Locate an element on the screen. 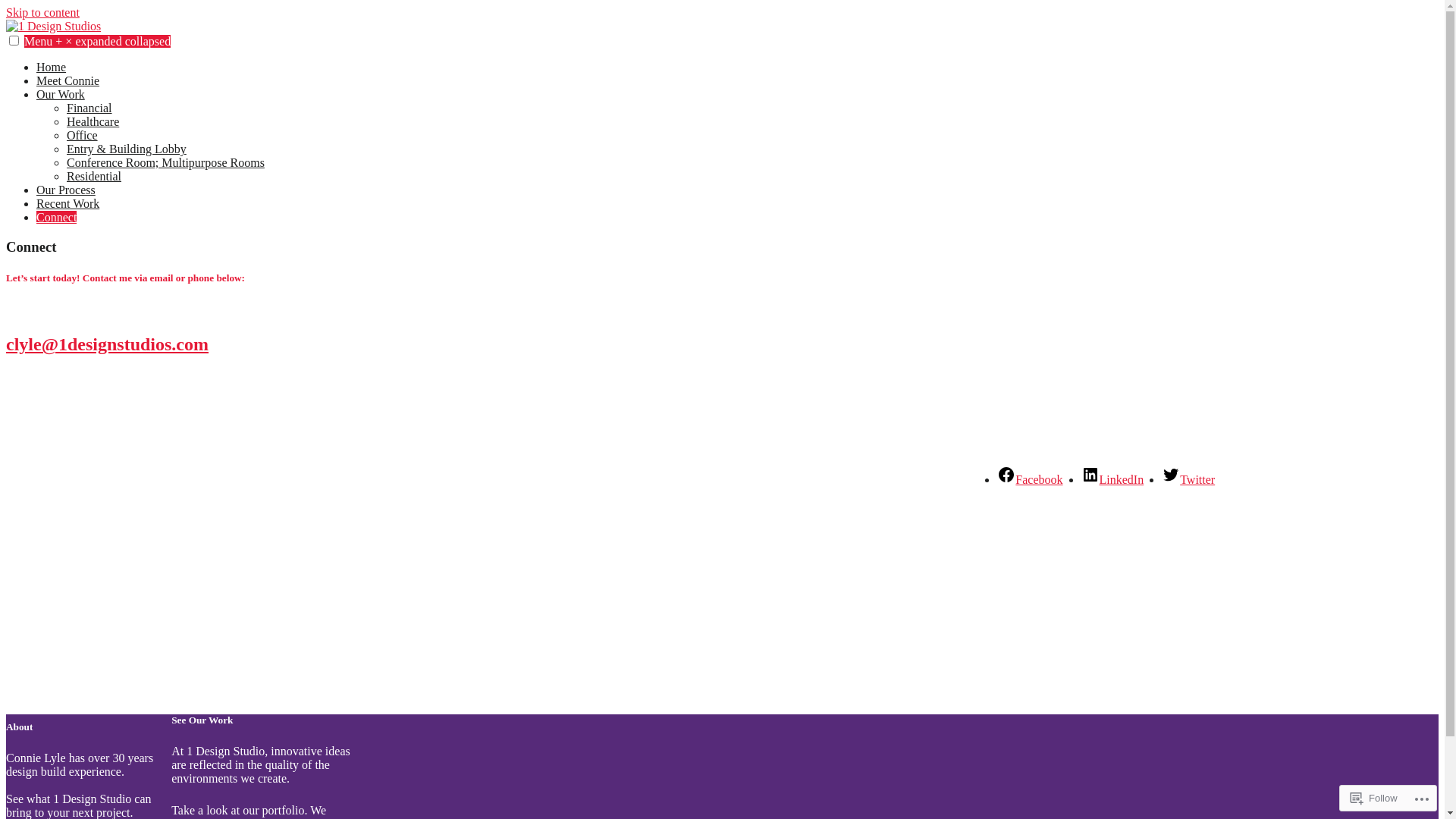  'Connect' is located at coordinates (56, 217).